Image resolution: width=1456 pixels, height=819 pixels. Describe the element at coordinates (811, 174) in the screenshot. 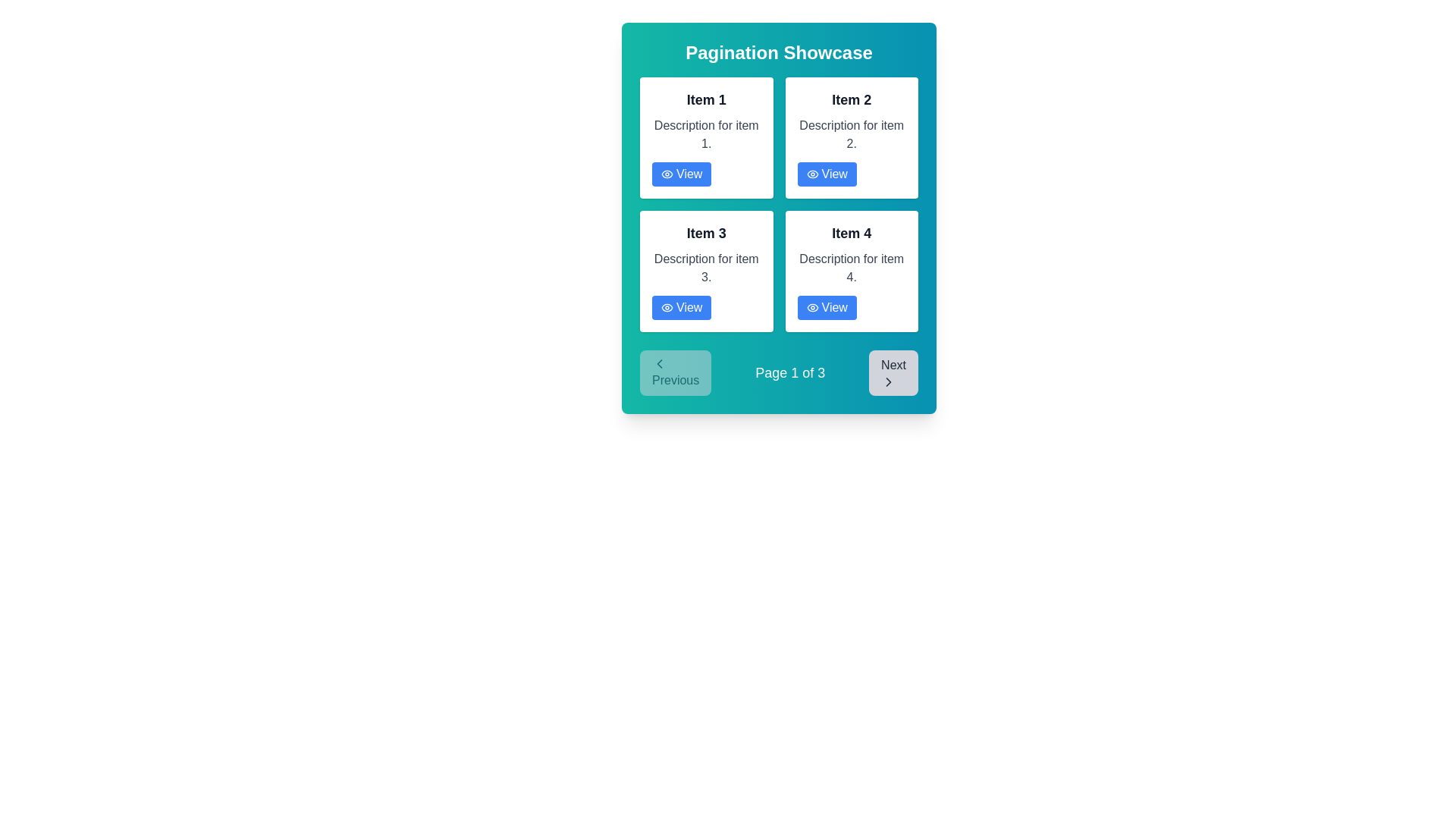

I see `the 'View' button containing the icon for inspecting details related to 'Item 2'` at that location.